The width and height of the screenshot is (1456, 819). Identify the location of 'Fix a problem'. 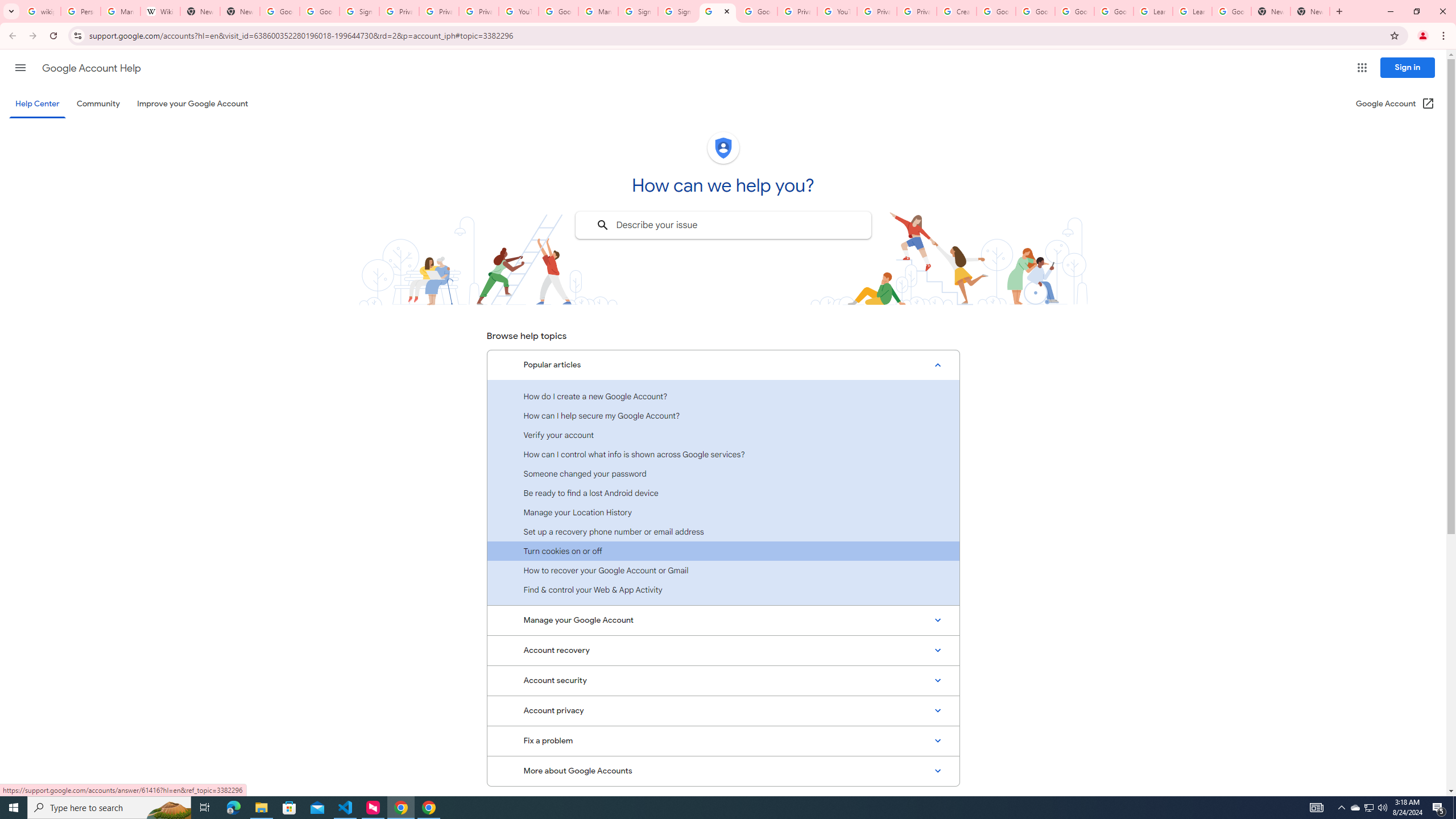
(723, 741).